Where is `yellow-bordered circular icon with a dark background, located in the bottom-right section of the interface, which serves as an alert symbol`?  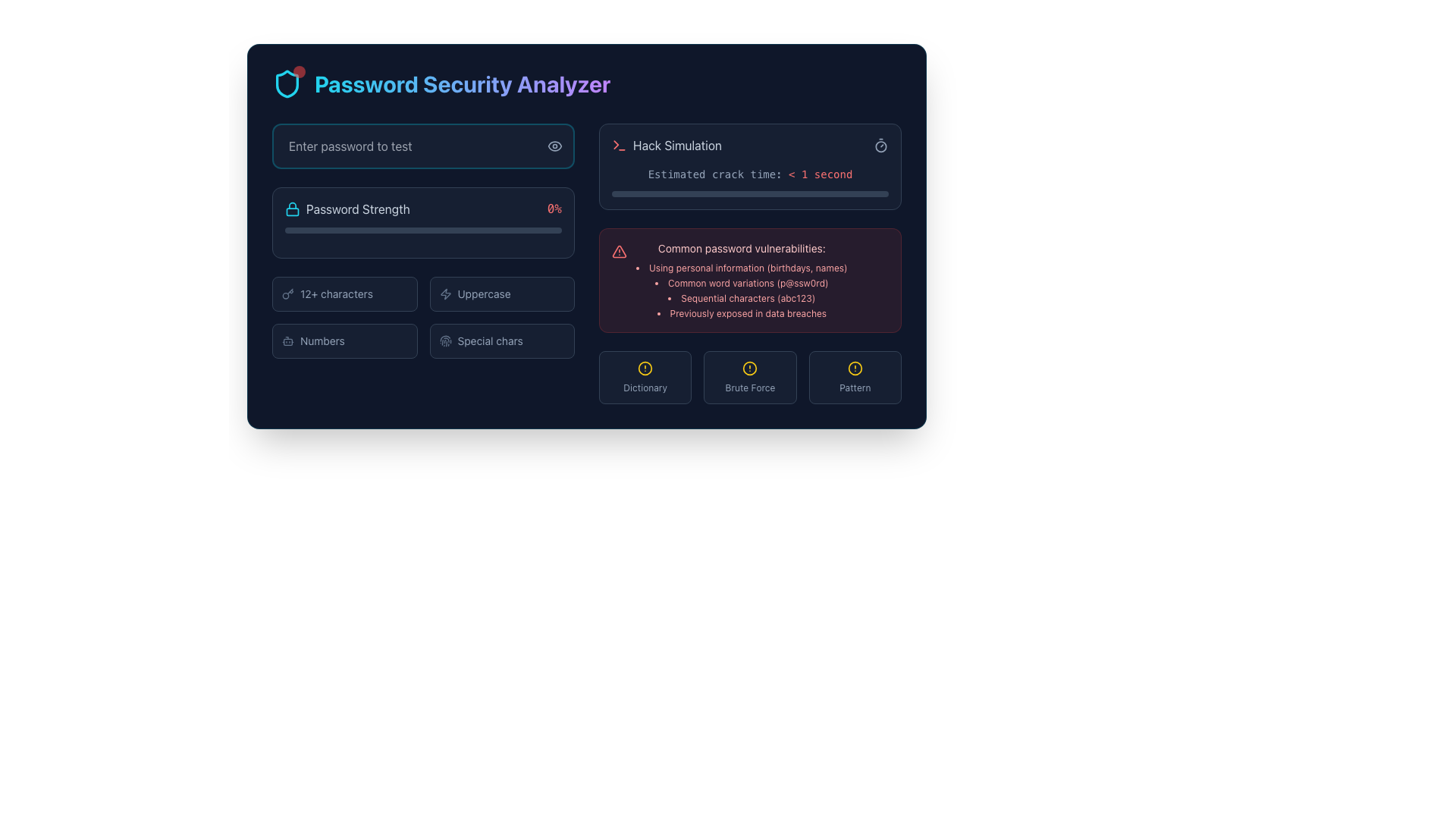 yellow-bordered circular icon with a dark background, located in the bottom-right section of the interface, which serves as an alert symbol is located at coordinates (855, 369).